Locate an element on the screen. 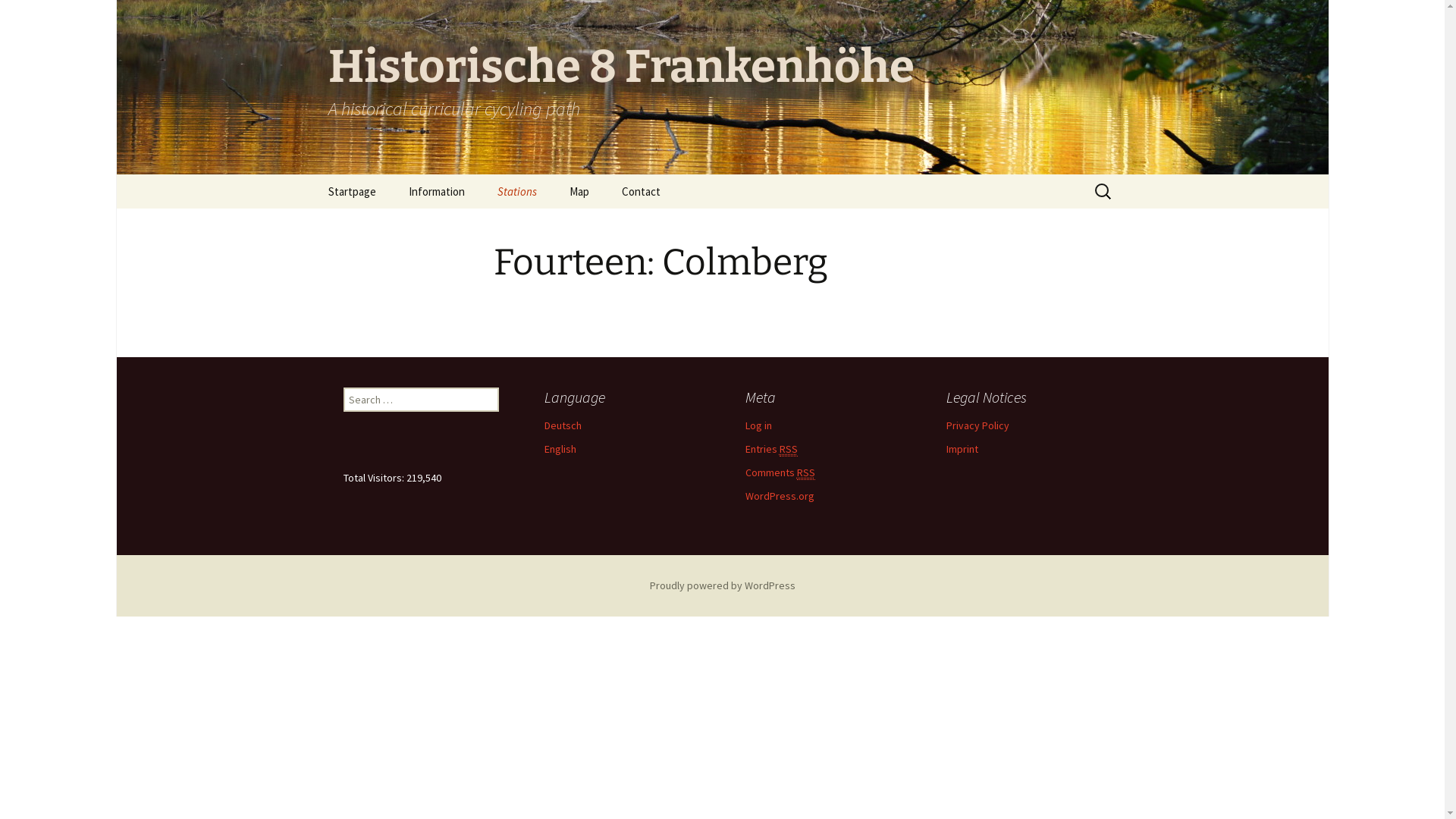 The width and height of the screenshot is (1456, 819). 'Entries RSS' is located at coordinates (770, 448).